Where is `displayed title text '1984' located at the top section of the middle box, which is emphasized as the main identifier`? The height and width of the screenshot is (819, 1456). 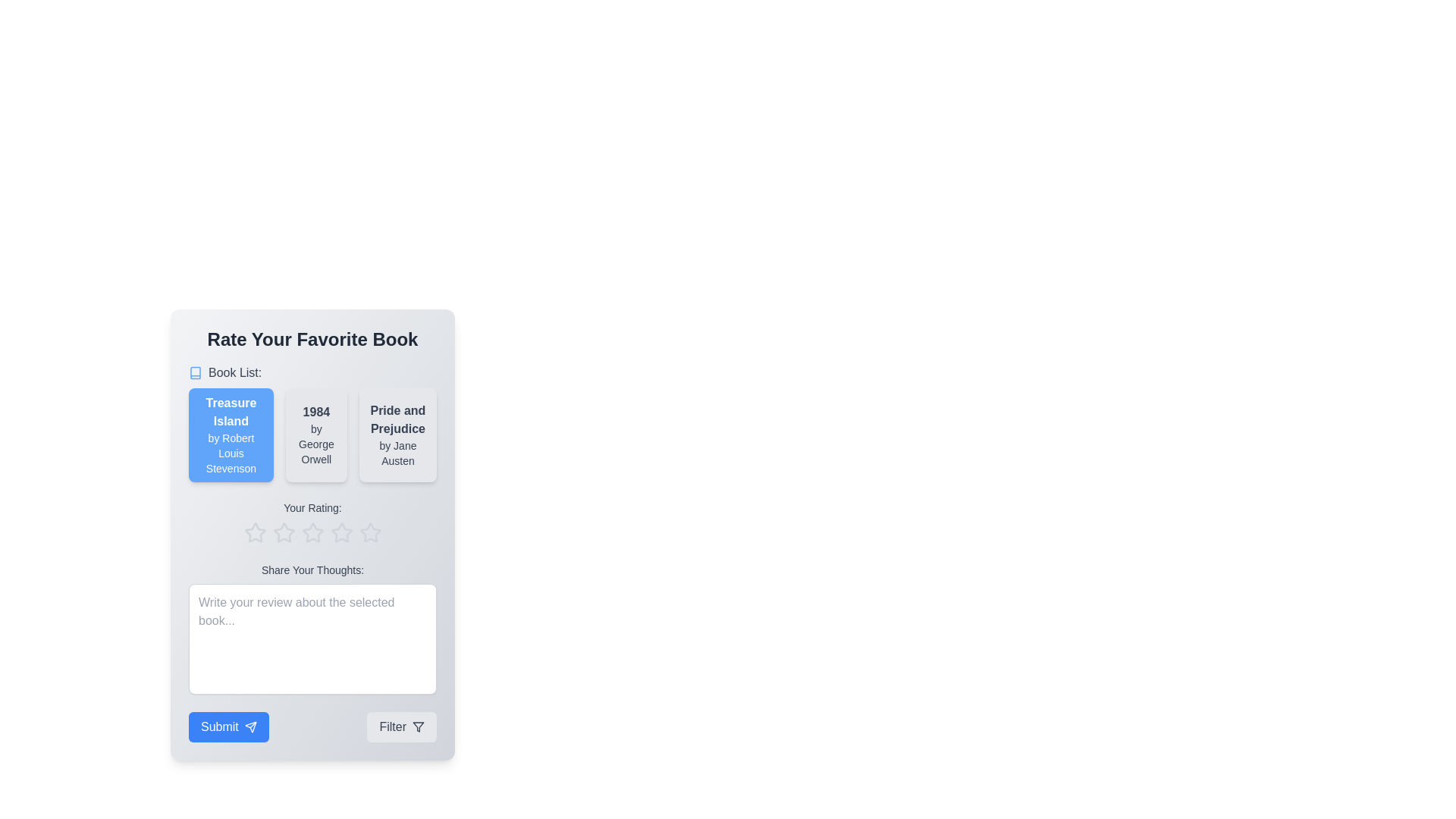
displayed title text '1984' located at the top section of the middle box, which is emphasized as the main identifier is located at coordinates (315, 412).